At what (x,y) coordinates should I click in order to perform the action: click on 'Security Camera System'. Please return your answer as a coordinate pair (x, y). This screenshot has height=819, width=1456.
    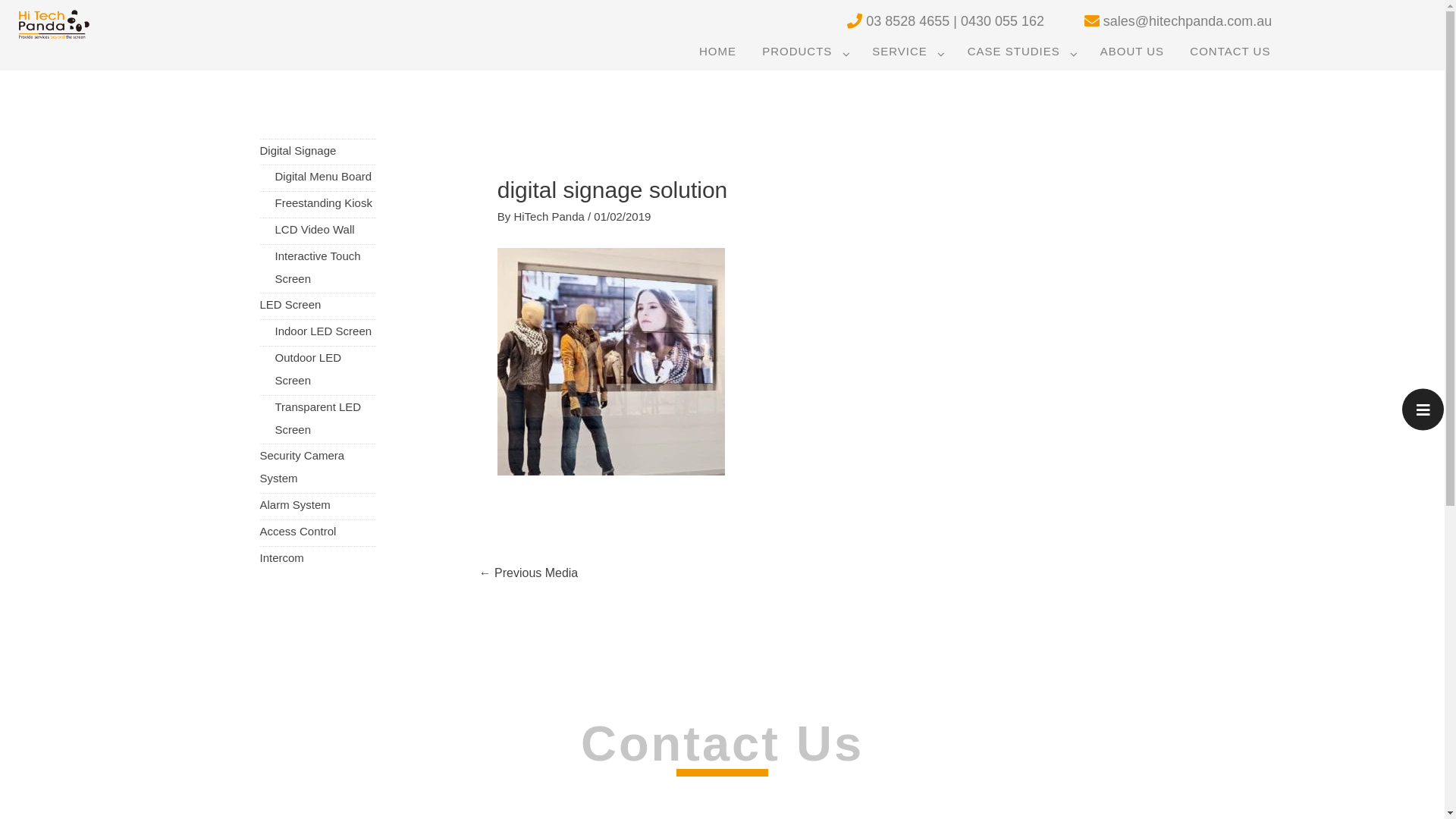
    Looking at the image, I should click on (302, 466).